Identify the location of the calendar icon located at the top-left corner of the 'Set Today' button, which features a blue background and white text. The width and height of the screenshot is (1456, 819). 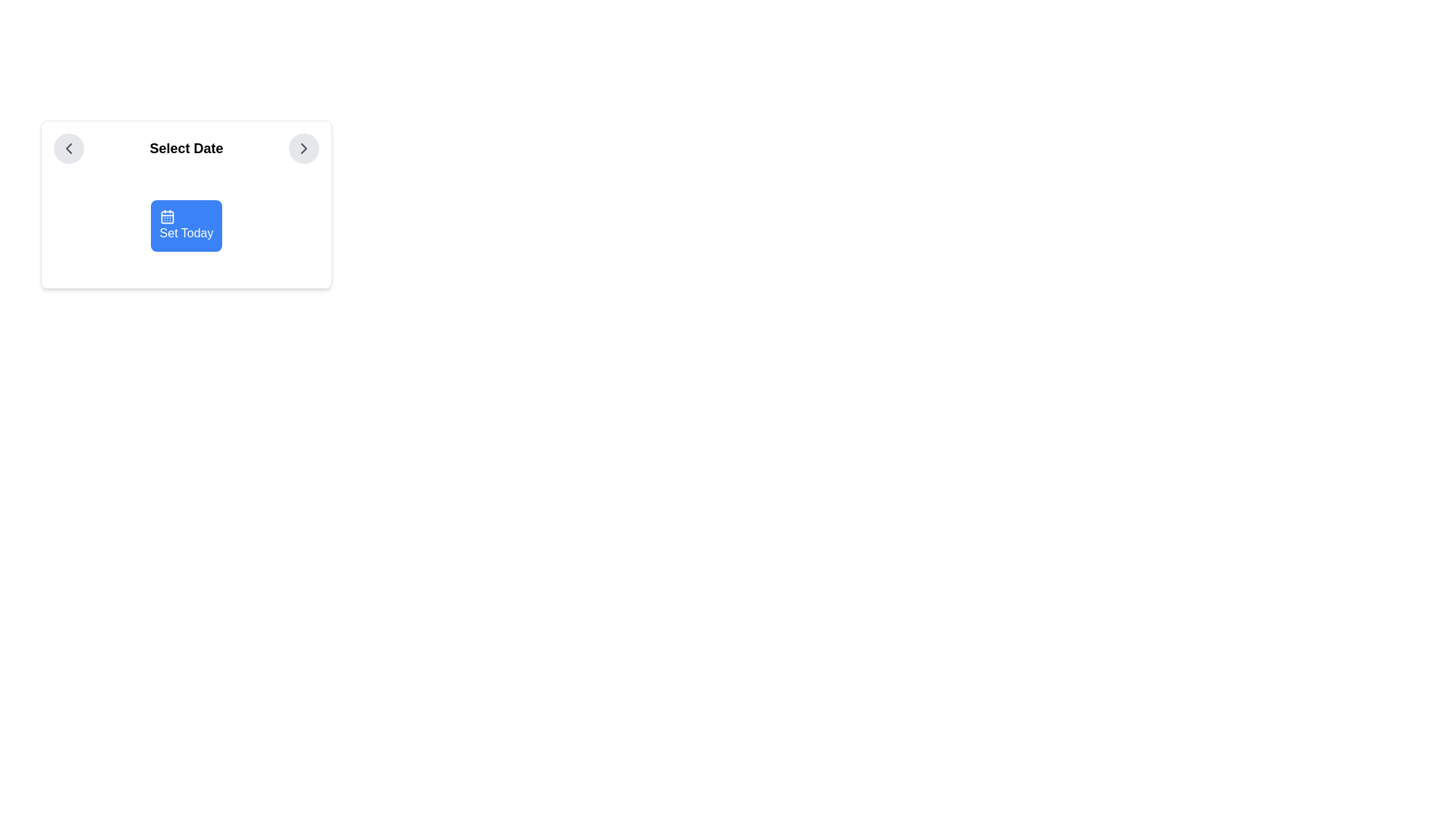
(167, 216).